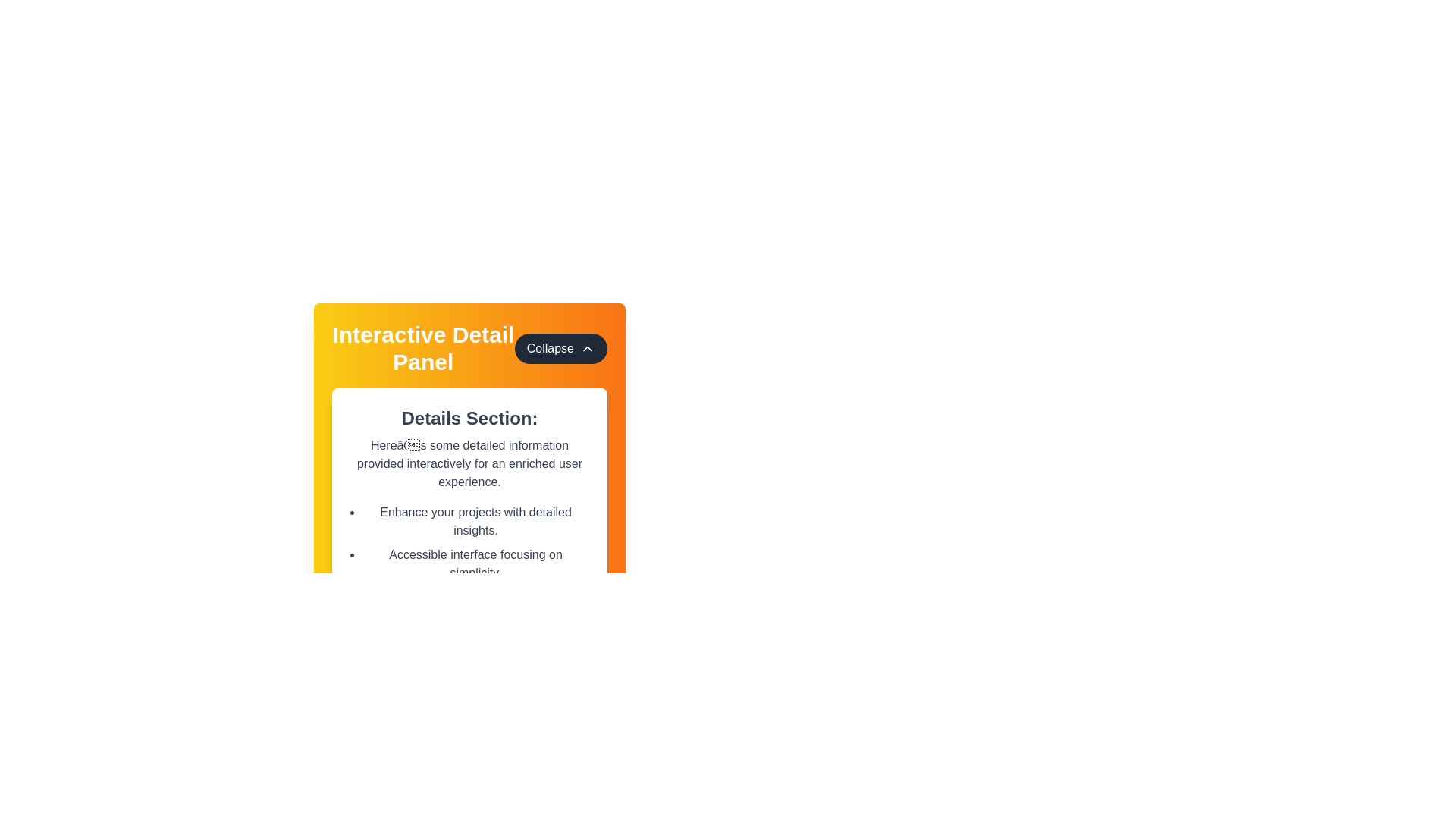 The image size is (1456, 819). Describe the element at coordinates (560, 348) in the screenshot. I see `the 'Collapse' button with an upward arrow icon, located at the top-right corner of the 'Interactive Detail Panel'` at that location.